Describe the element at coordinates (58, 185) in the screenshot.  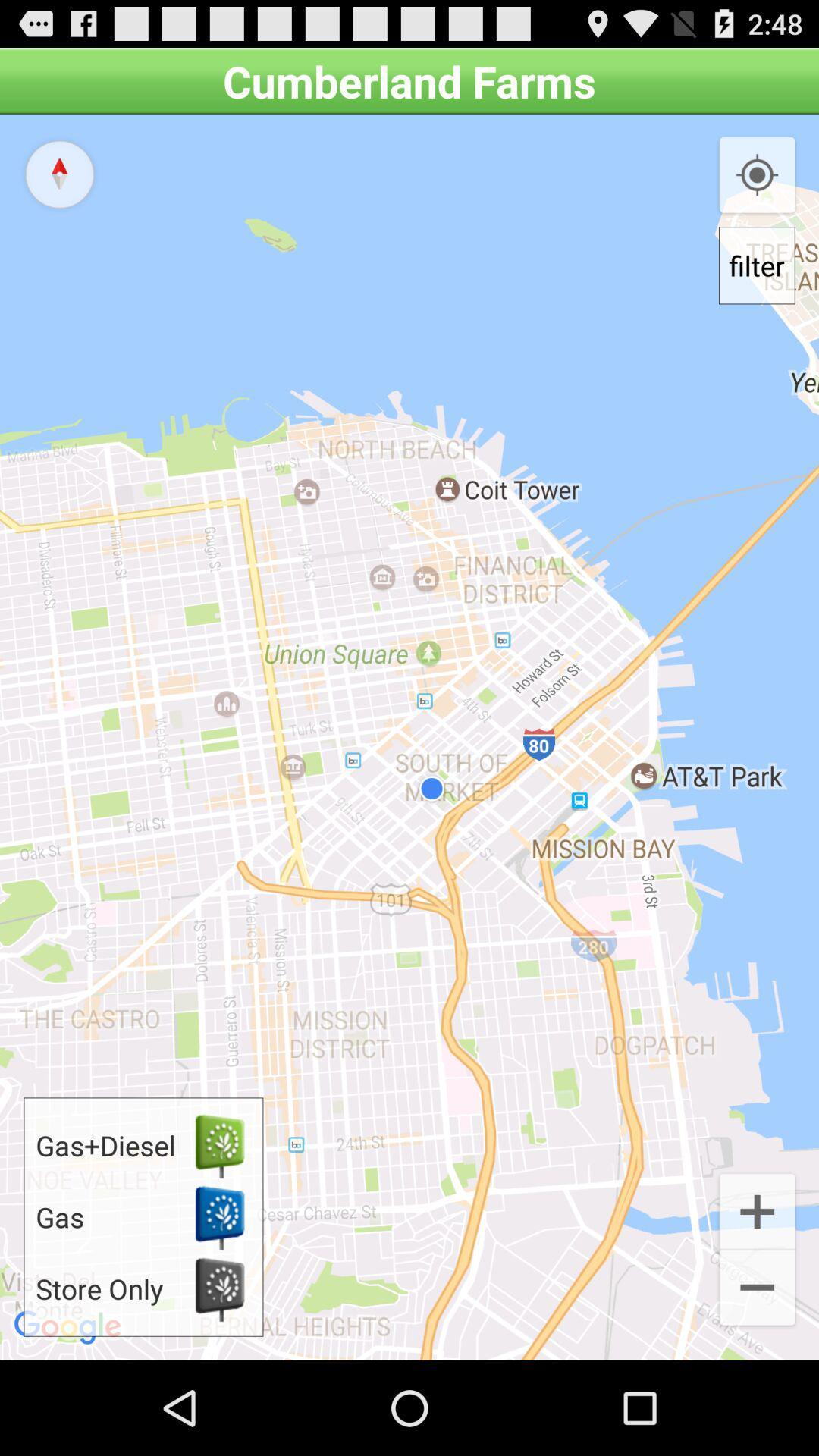
I see `the explore icon` at that location.